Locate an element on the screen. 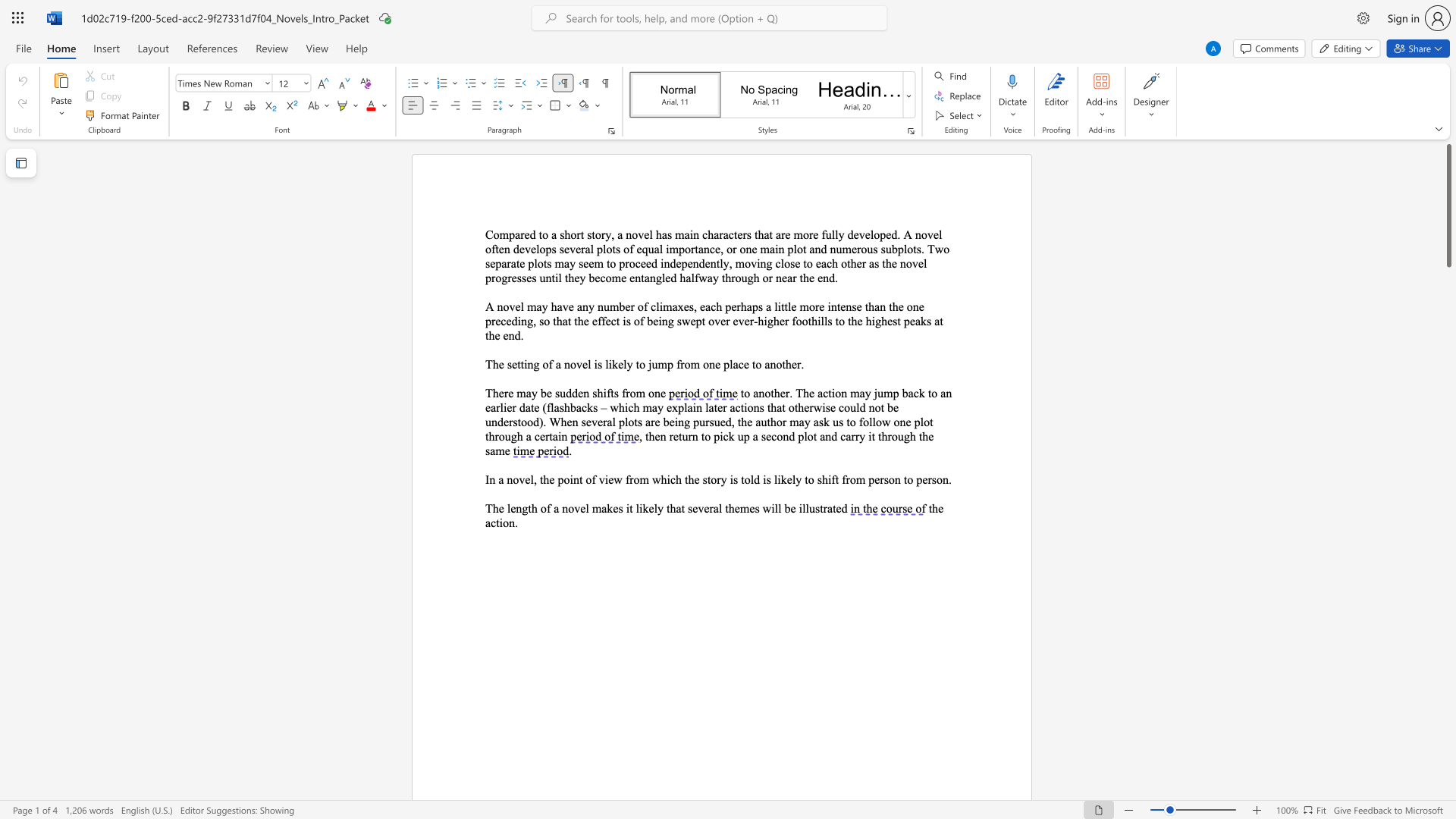 The height and width of the screenshot is (819, 1456). the 2th character "e" in the text is located at coordinates (551, 479).